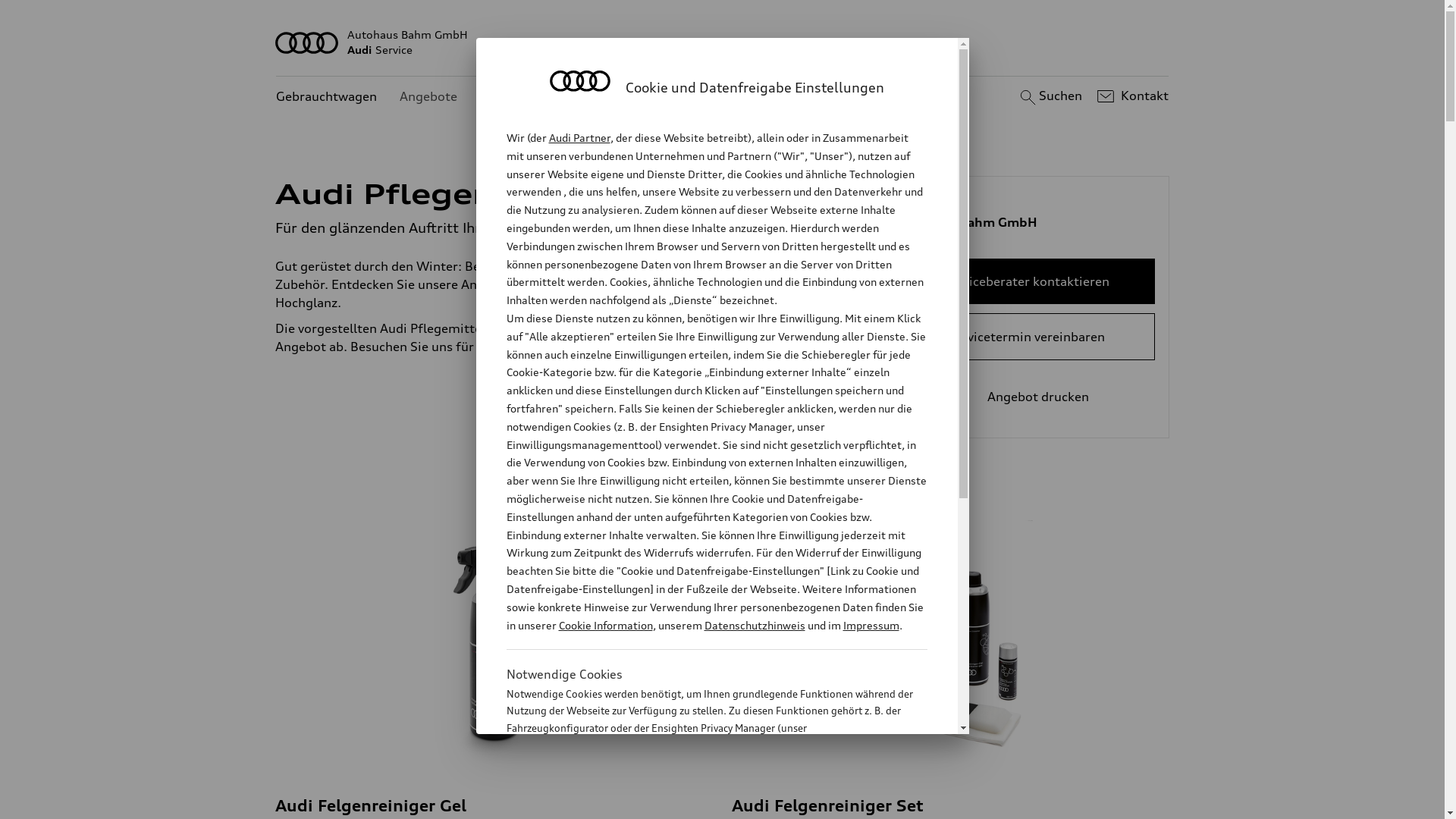  Describe the element at coordinates (1048, 96) in the screenshot. I see `'Suchen'` at that location.